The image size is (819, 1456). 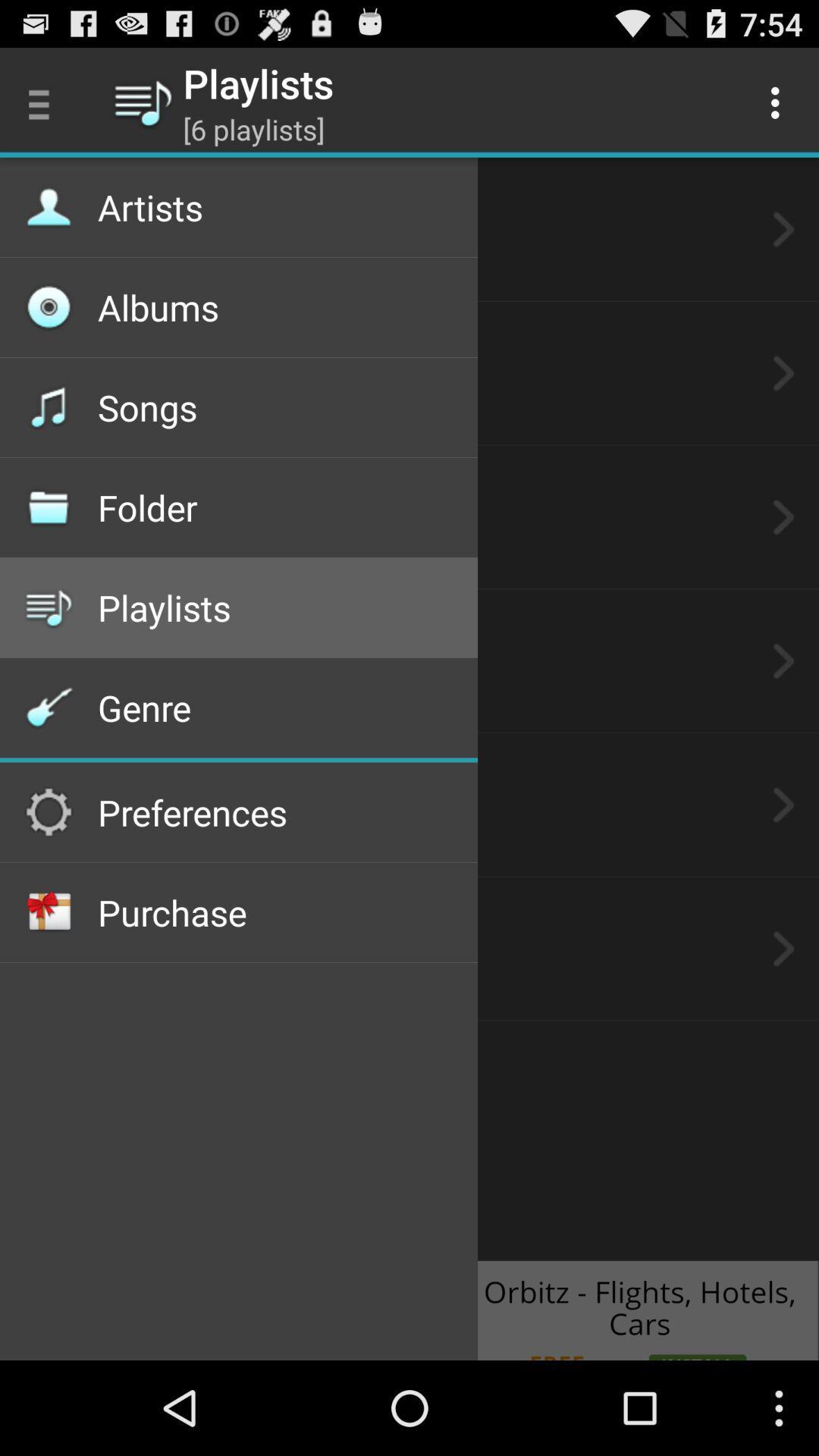 I want to click on the arrow_forward icon, so click(x=753, y=552).